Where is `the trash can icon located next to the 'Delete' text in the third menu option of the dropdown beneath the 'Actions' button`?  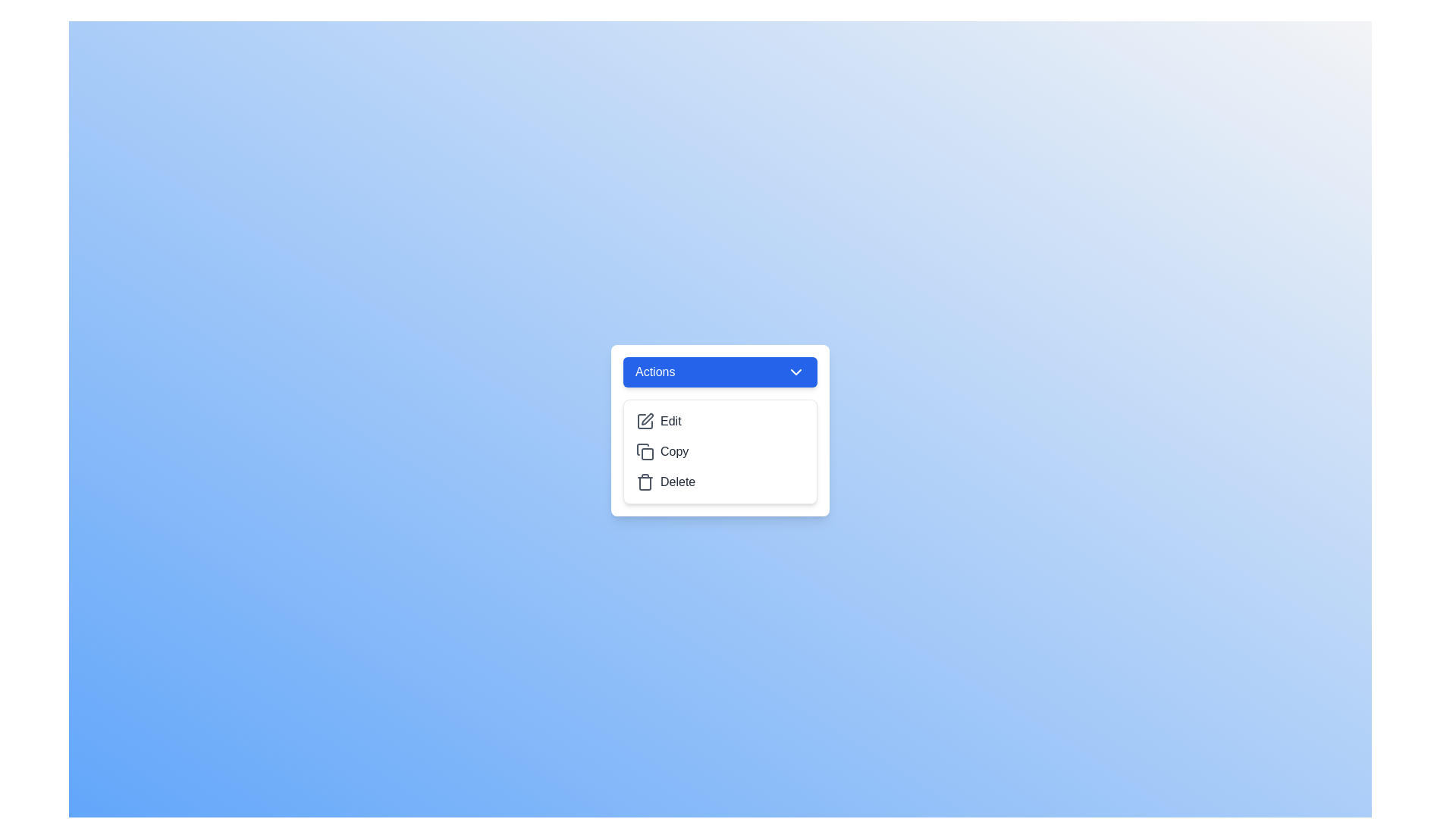 the trash can icon located next to the 'Delete' text in the third menu option of the dropdown beneath the 'Actions' button is located at coordinates (645, 482).